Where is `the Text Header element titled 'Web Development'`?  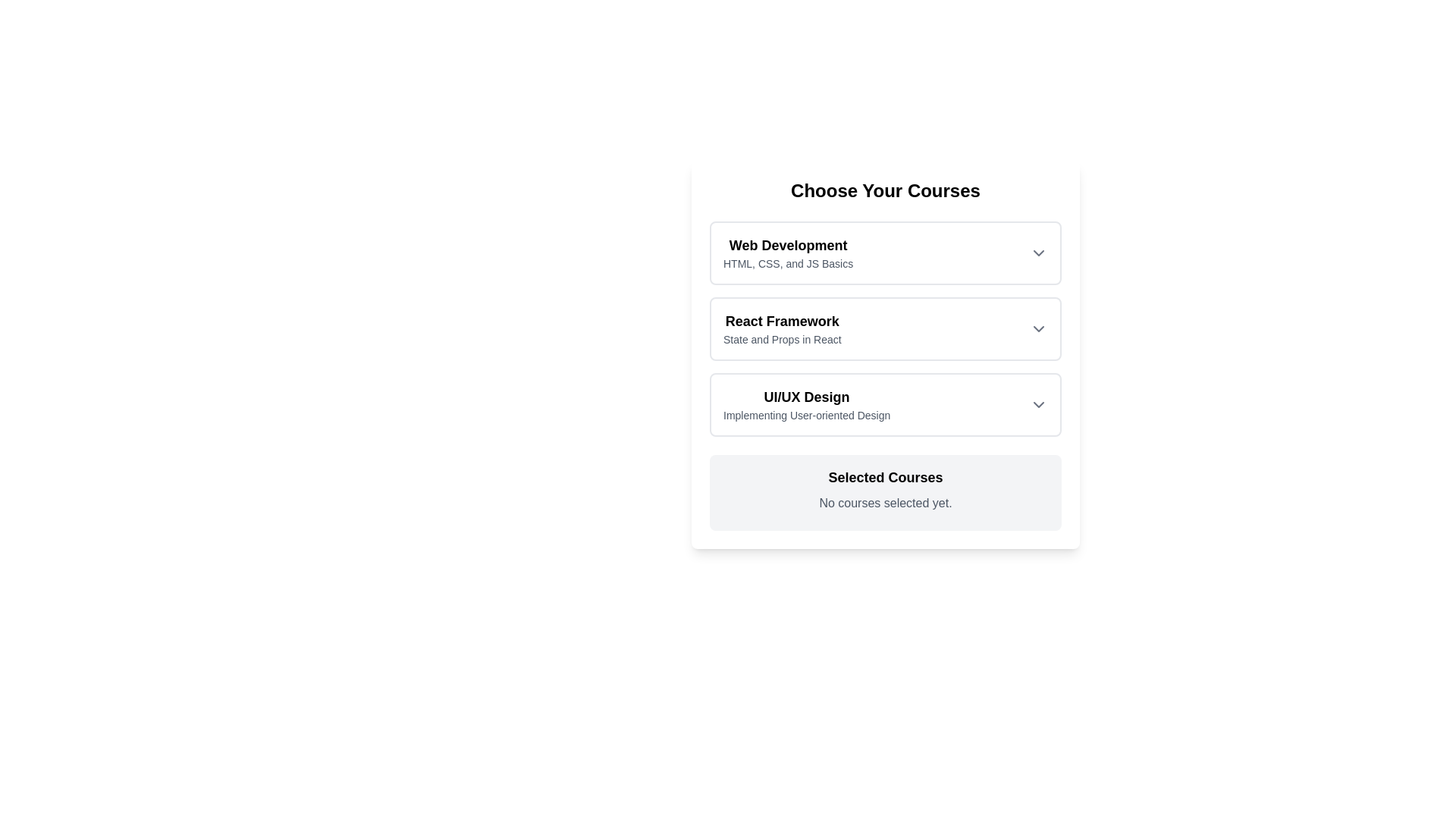 the Text Header element titled 'Web Development' is located at coordinates (788, 245).